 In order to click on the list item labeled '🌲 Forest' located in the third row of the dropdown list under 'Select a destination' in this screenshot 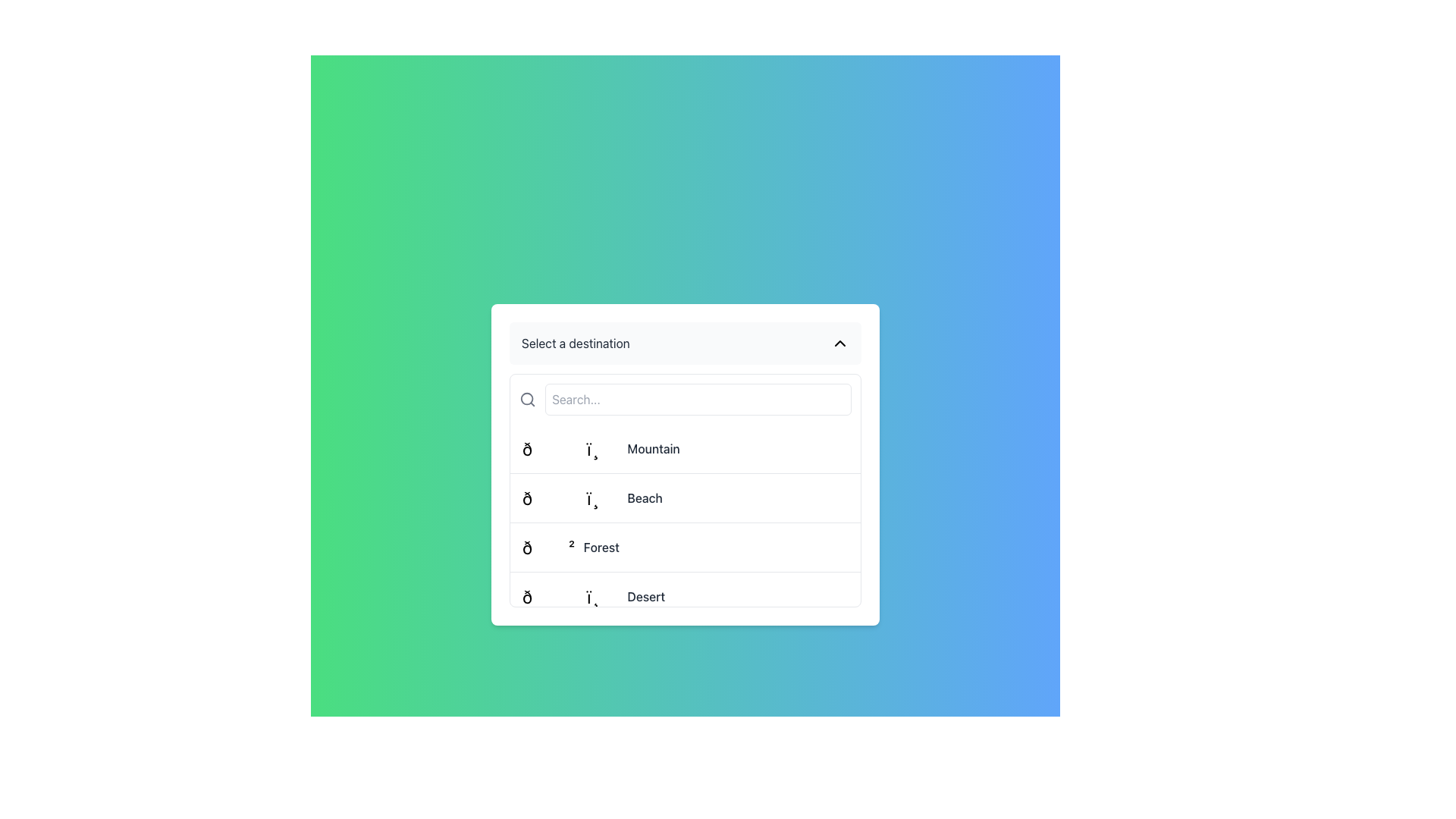, I will do `click(570, 547)`.